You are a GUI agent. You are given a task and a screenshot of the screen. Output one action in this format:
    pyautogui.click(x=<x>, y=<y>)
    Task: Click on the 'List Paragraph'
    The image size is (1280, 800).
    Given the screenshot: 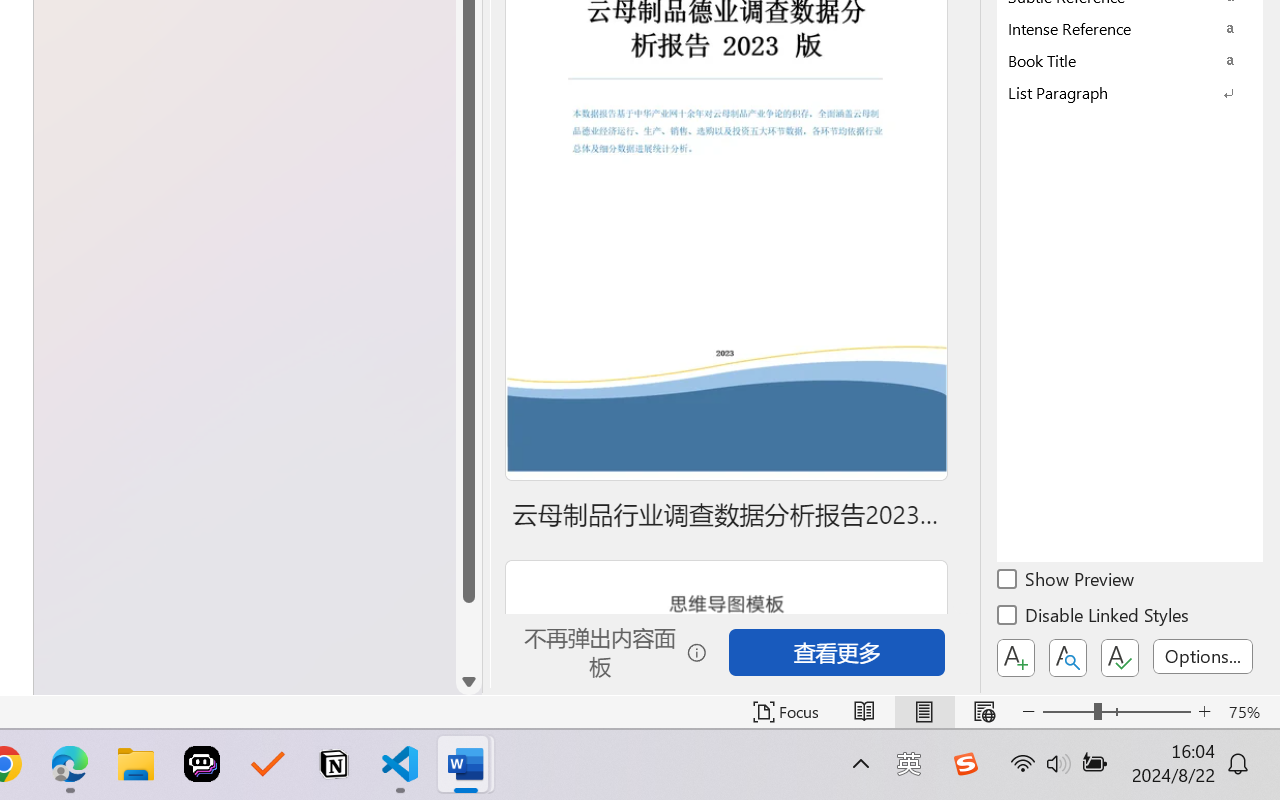 What is the action you would take?
    pyautogui.click(x=1130, y=92)
    